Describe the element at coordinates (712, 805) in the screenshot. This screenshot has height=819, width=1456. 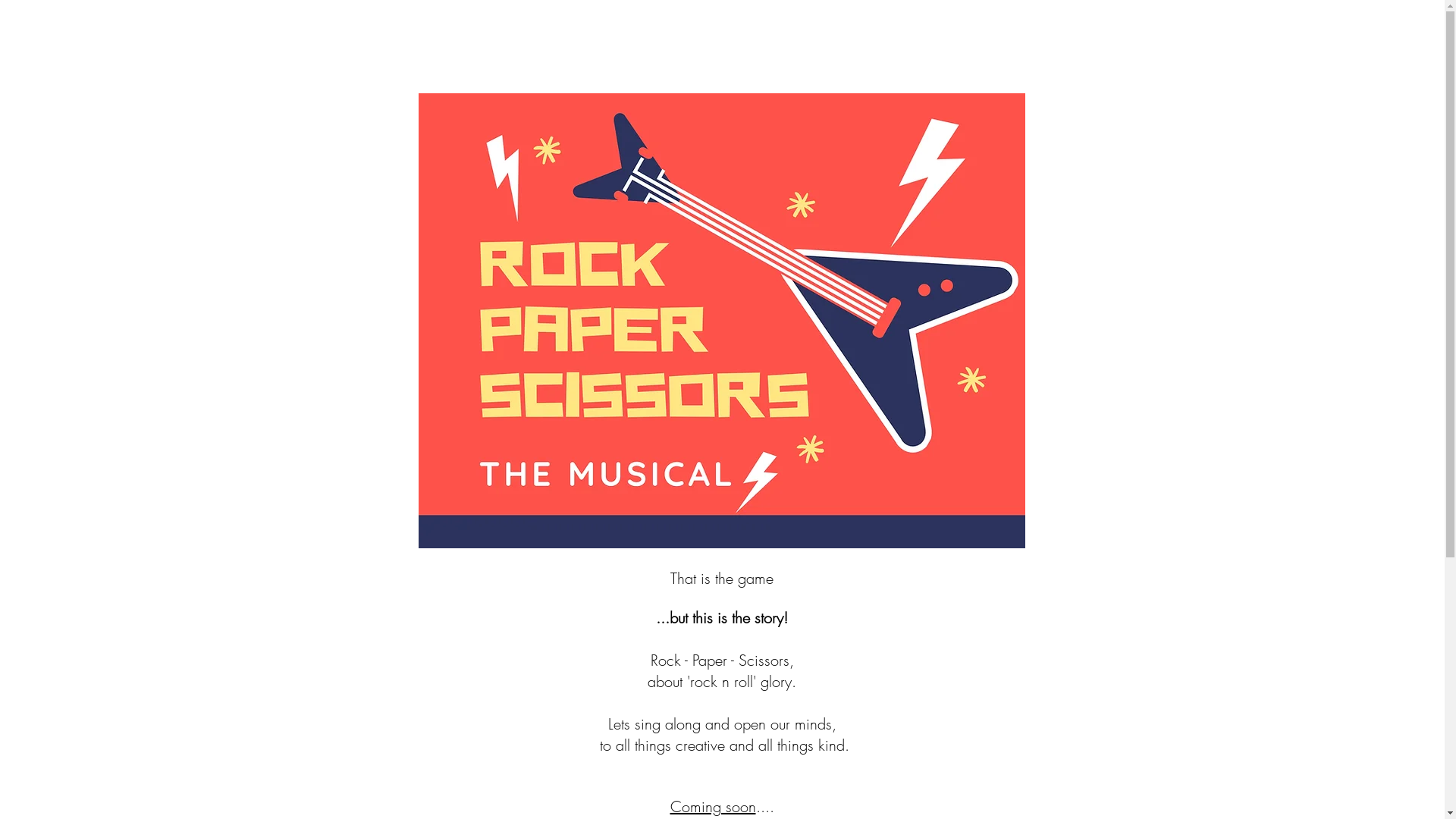
I see `'Coming soon'` at that location.